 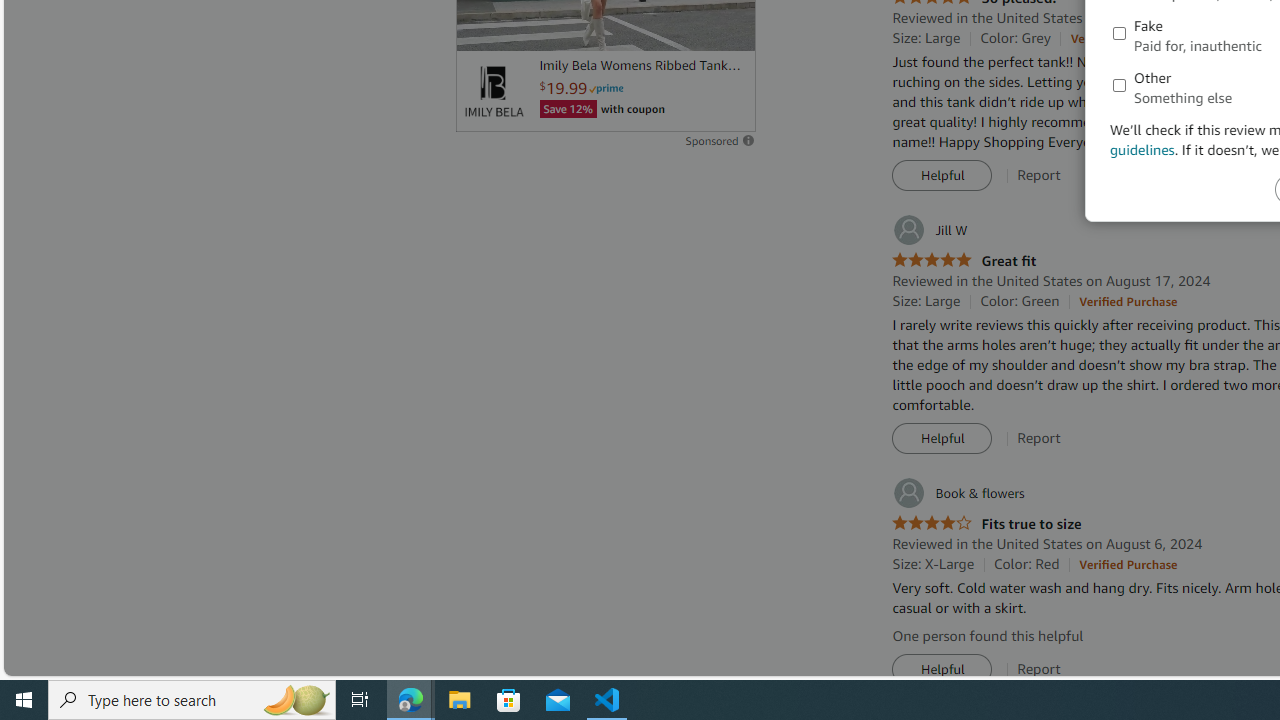 What do you see at coordinates (928, 229) in the screenshot?
I see `'Jill W'` at bounding box center [928, 229].